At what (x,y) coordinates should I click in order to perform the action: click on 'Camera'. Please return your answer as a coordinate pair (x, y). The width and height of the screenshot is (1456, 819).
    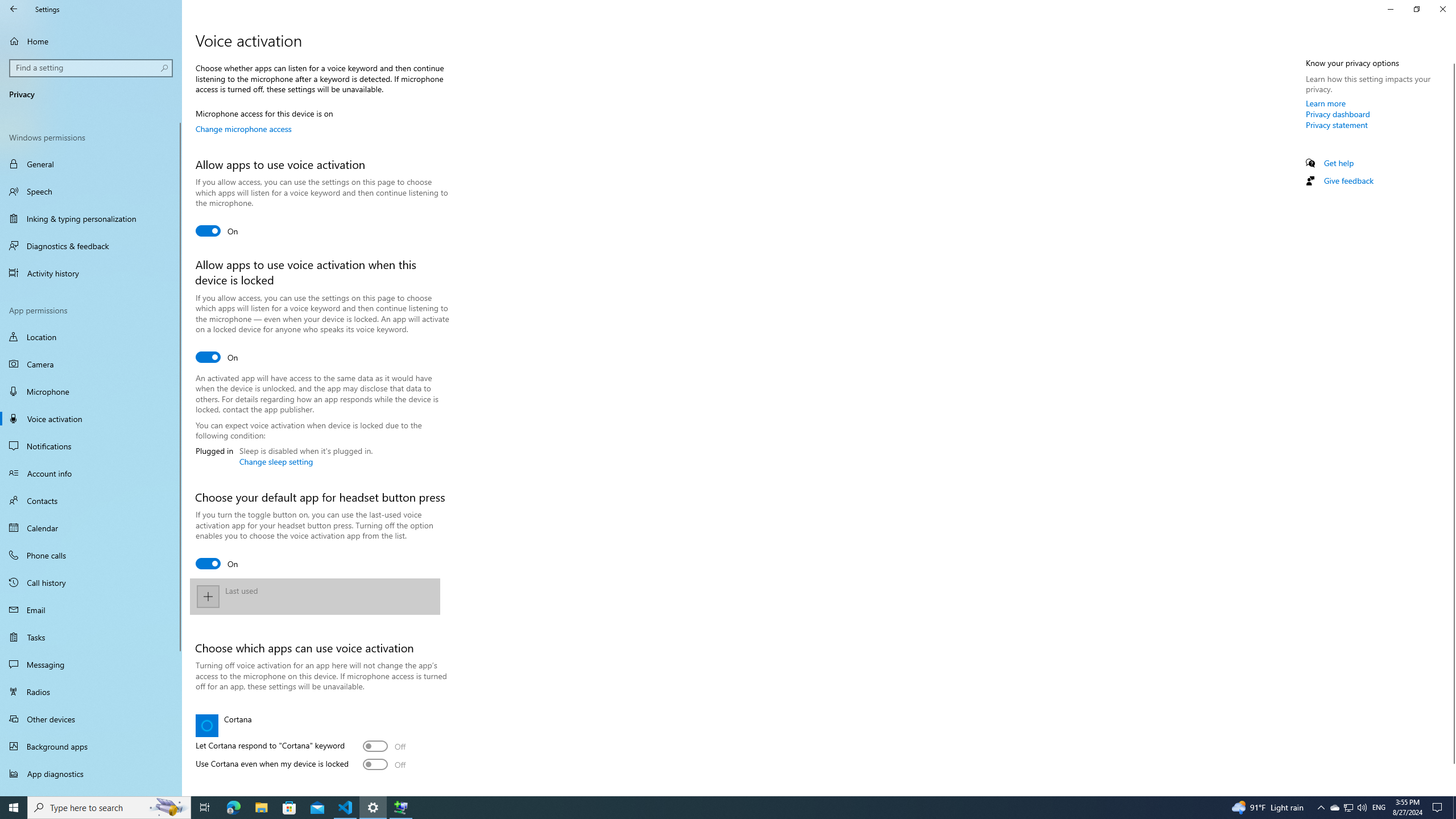
    Looking at the image, I should click on (90, 363).